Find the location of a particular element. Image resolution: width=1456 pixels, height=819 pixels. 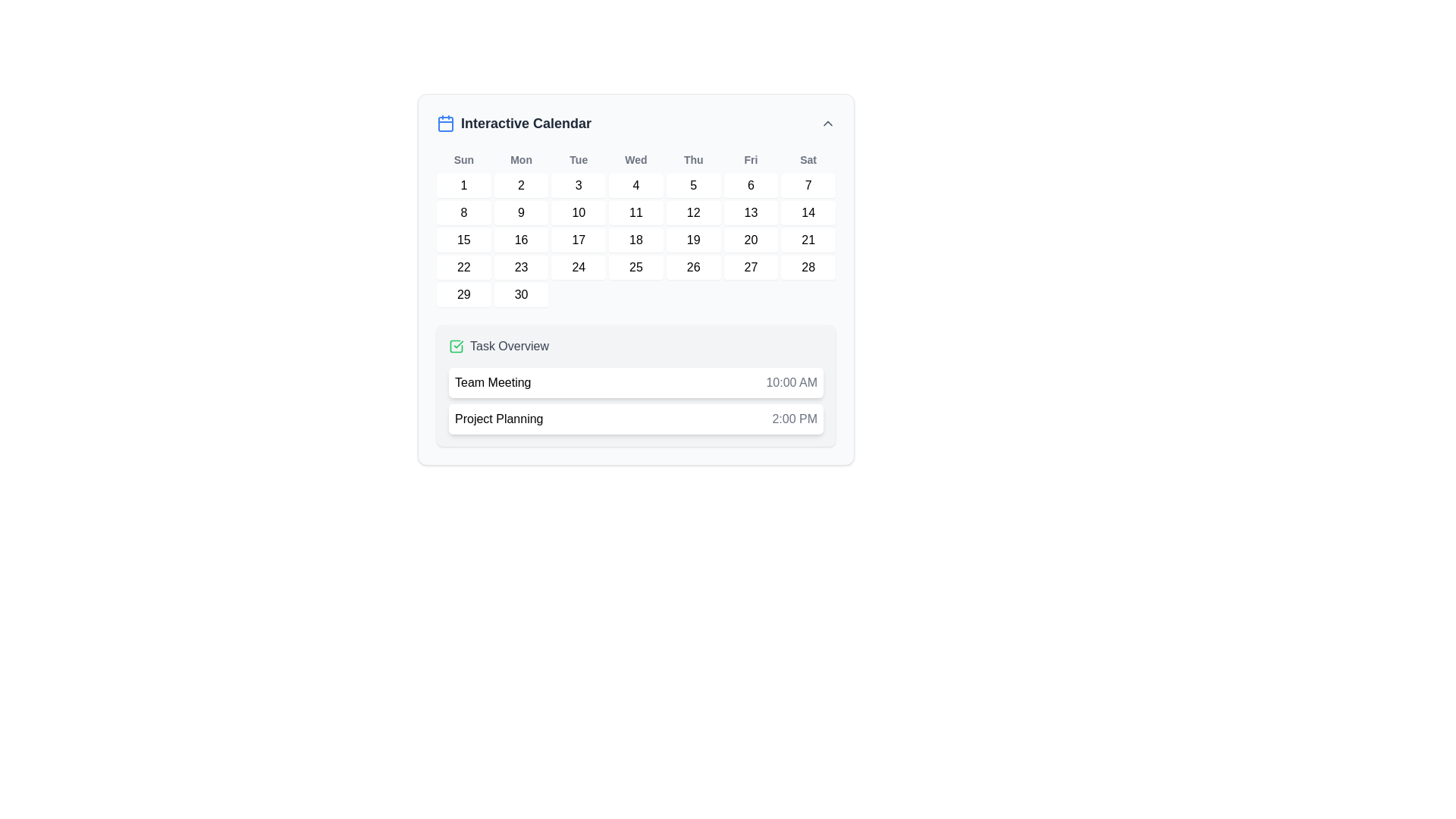

the first cell of the calendar grid labeled '1', which is a small rectangular cell with rounded corners and a white background, for extended interaction is located at coordinates (463, 185).